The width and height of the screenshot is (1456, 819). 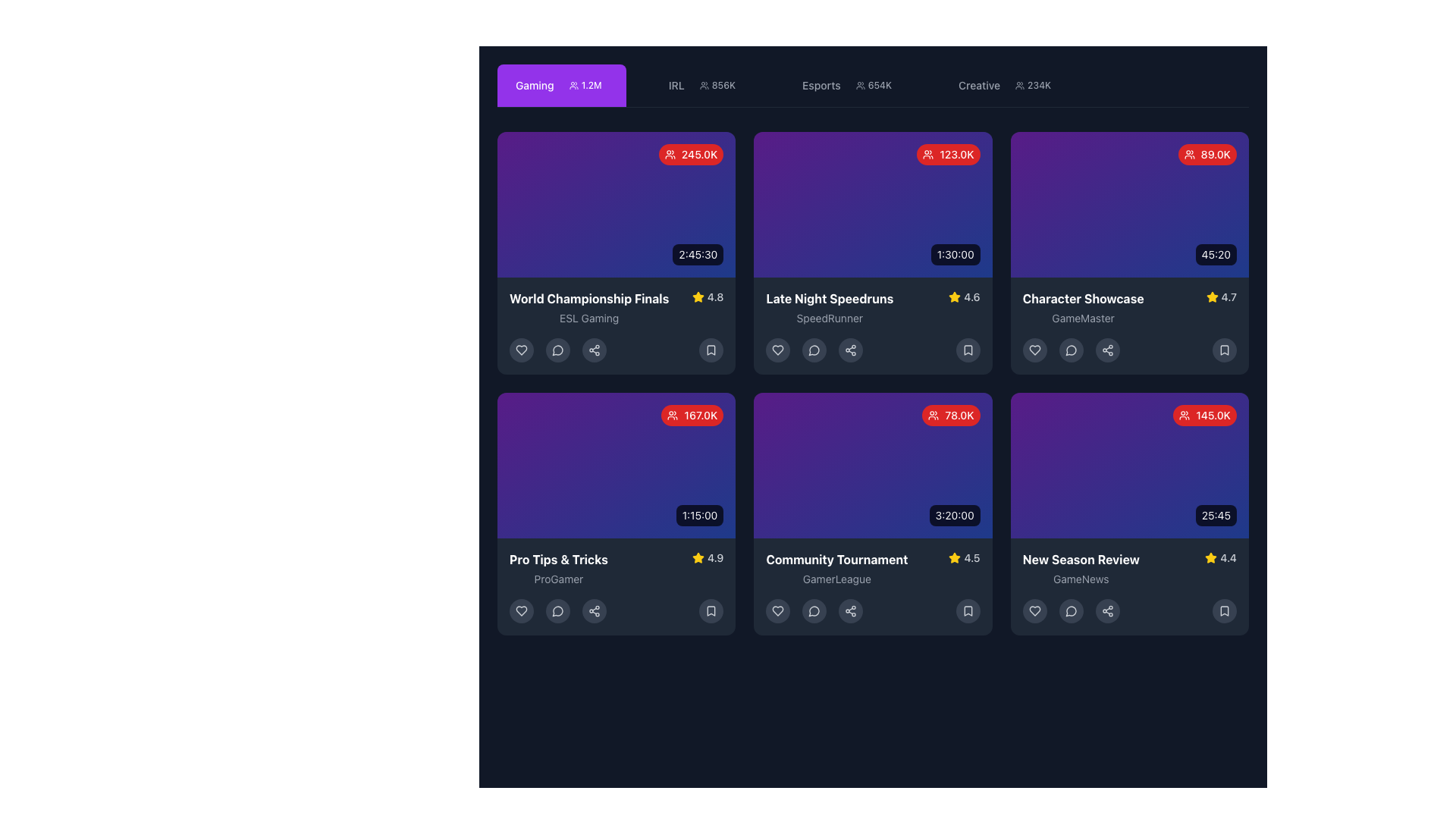 What do you see at coordinates (956, 155) in the screenshot?
I see `the text label indicating the number of viewers or participants for the 'Late Night Speedruns' card located in the top-right corner of the card` at bounding box center [956, 155].